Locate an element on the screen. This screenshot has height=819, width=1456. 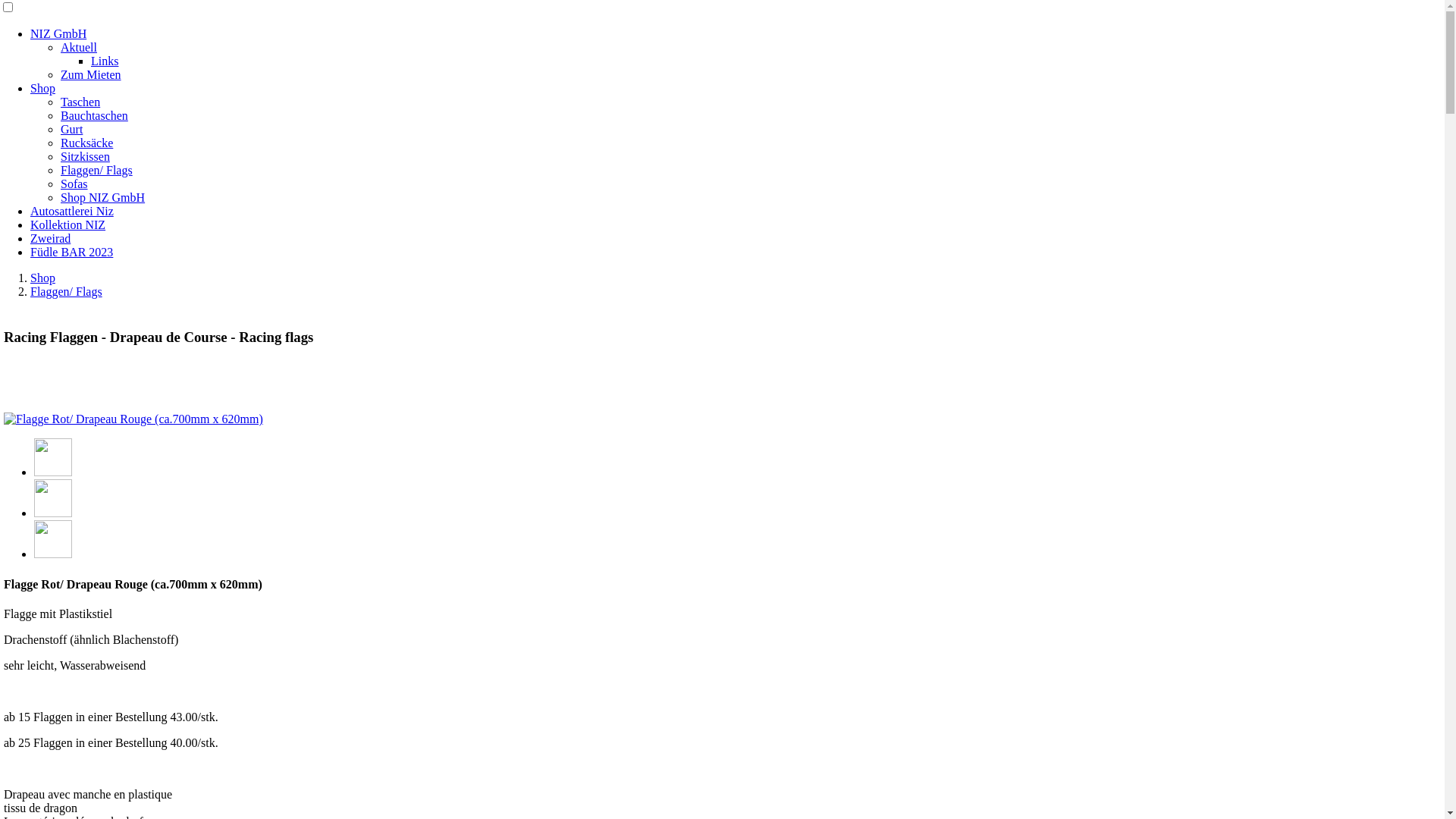
'Zum Mieten' is located at coordinates (61, 74).